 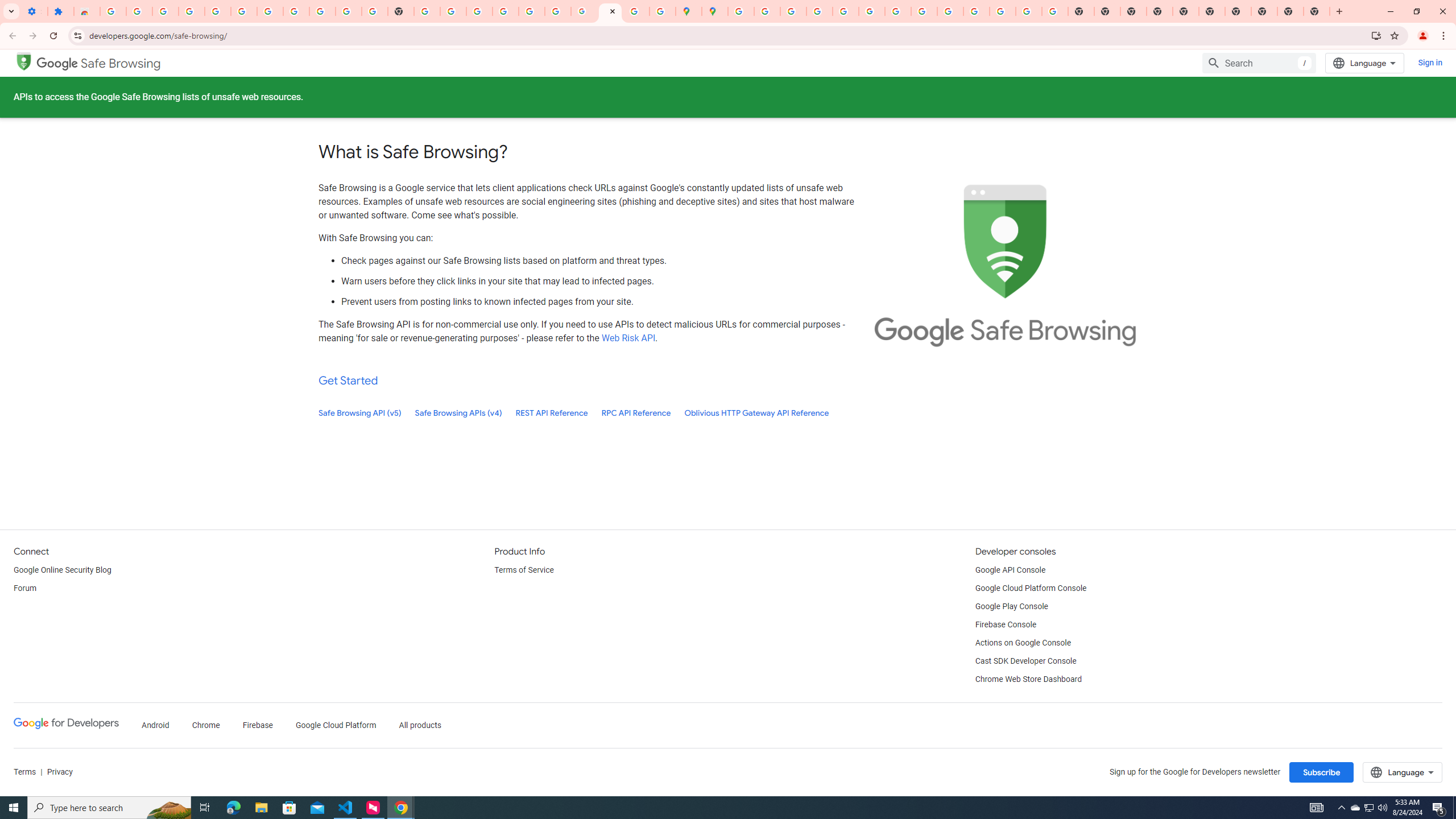 What do you see at coordinates (23, 61) in the screenshot?
I see `'Google Safe Browsing'` at bounding box center [23, 61].